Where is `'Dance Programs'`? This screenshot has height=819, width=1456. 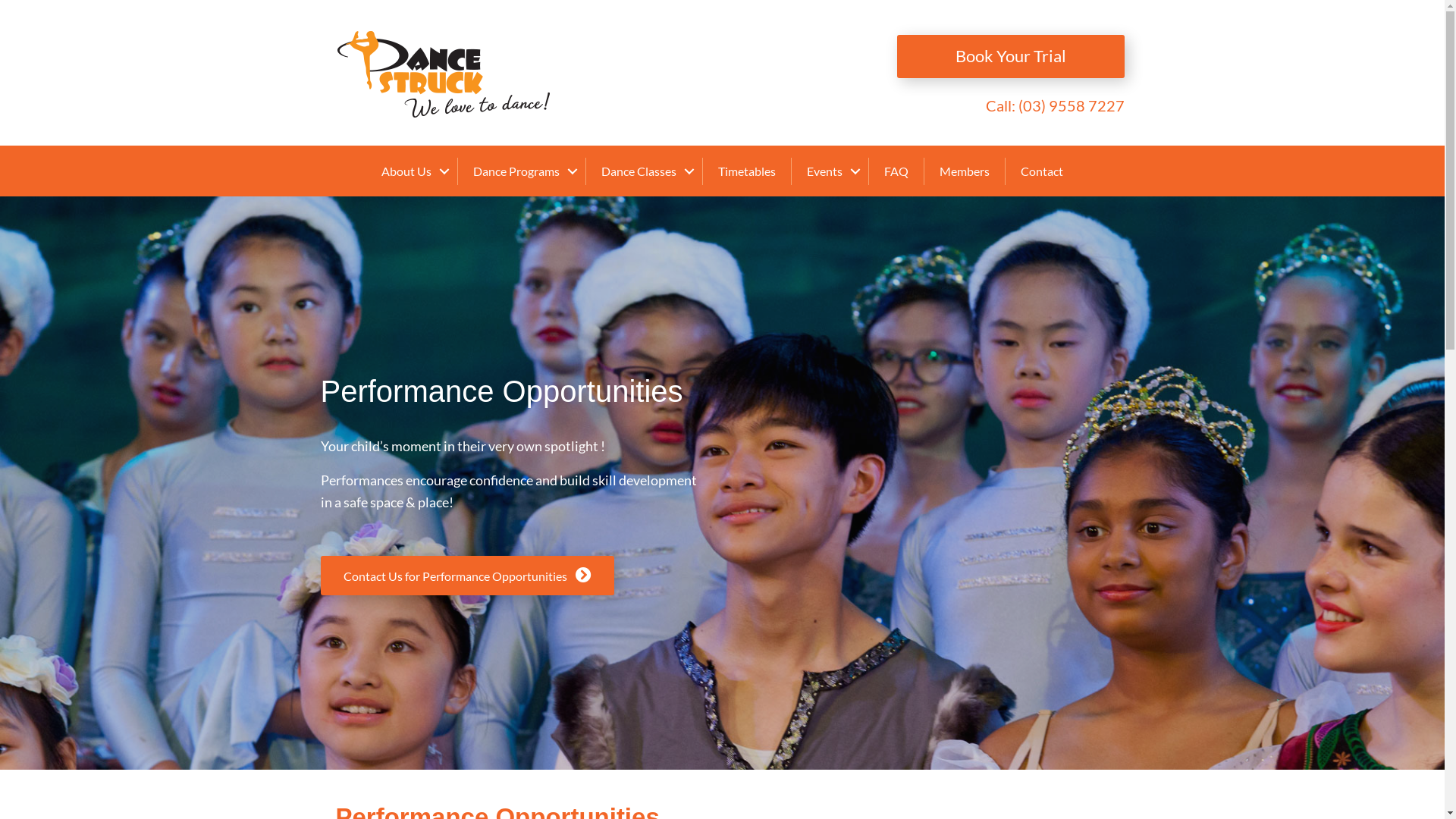 'Dance Programs' is located at coordinates (521, 171).